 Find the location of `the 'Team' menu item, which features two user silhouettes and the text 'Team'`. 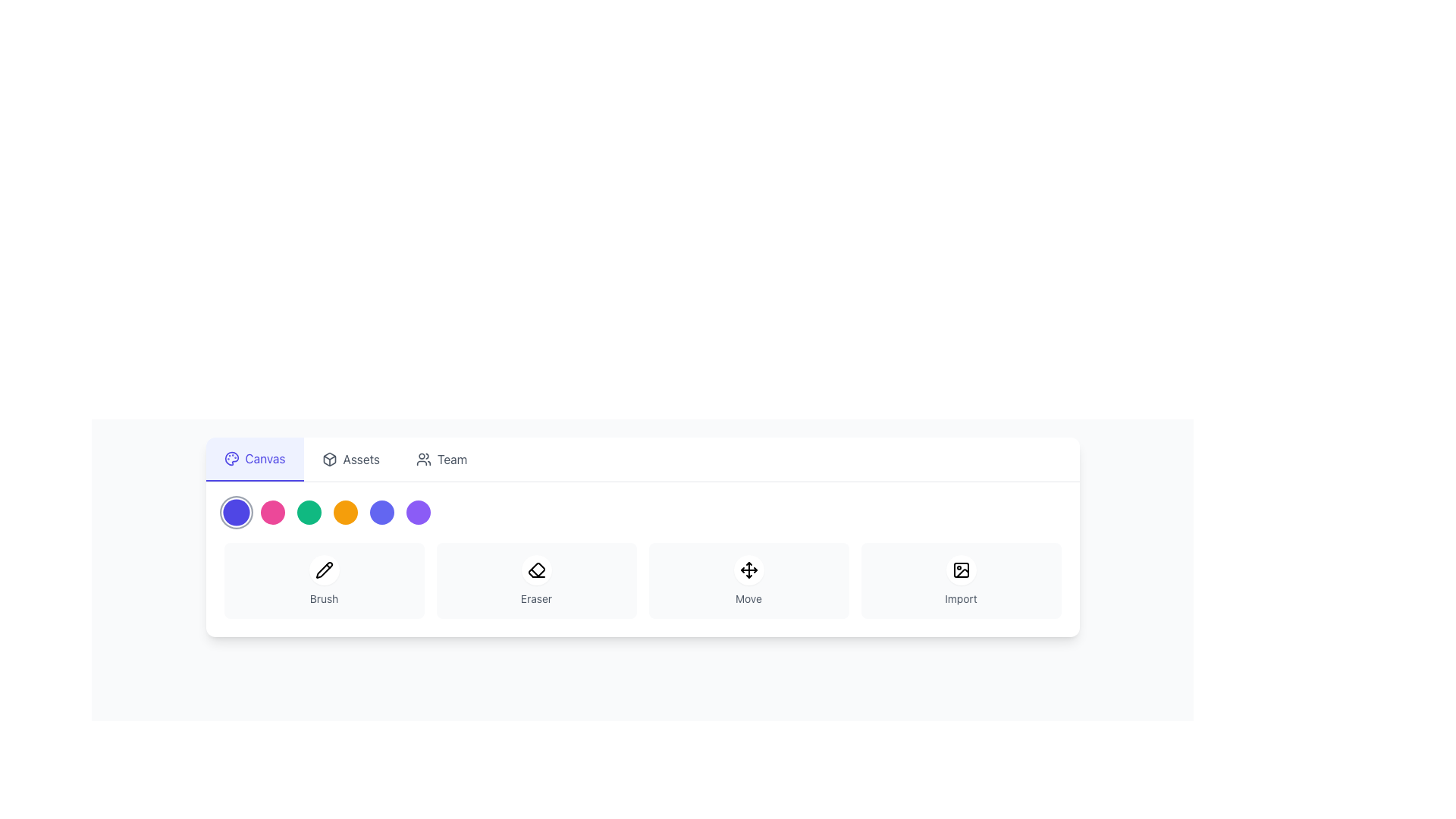

the 'Team' menu item, which features two user silhouettes and the text 'Team' is located at coordinates (441, 458).